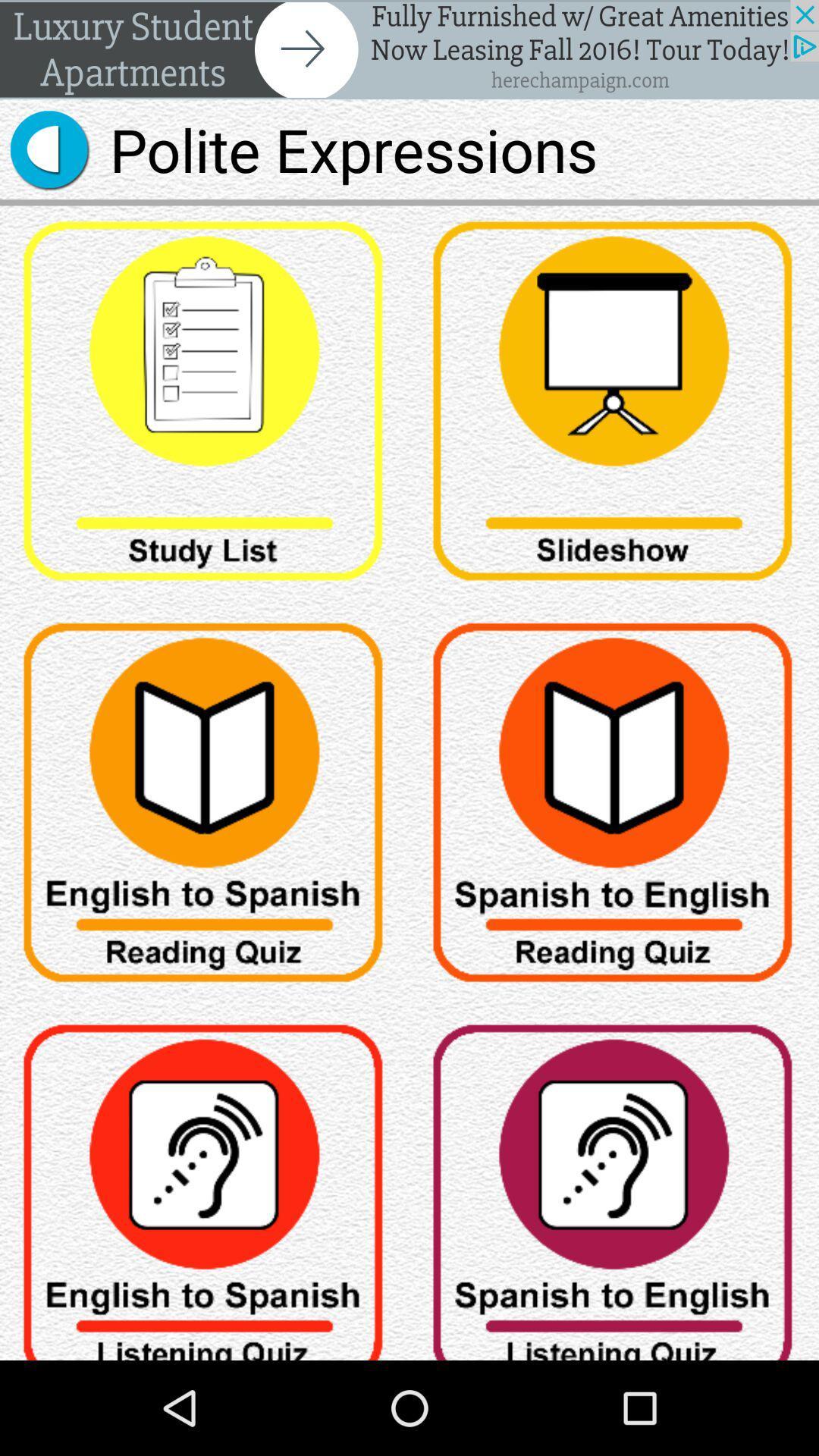 This screenshot has height=1456, width=819. I want to click on choose english to spanish, so click(205, 1184).